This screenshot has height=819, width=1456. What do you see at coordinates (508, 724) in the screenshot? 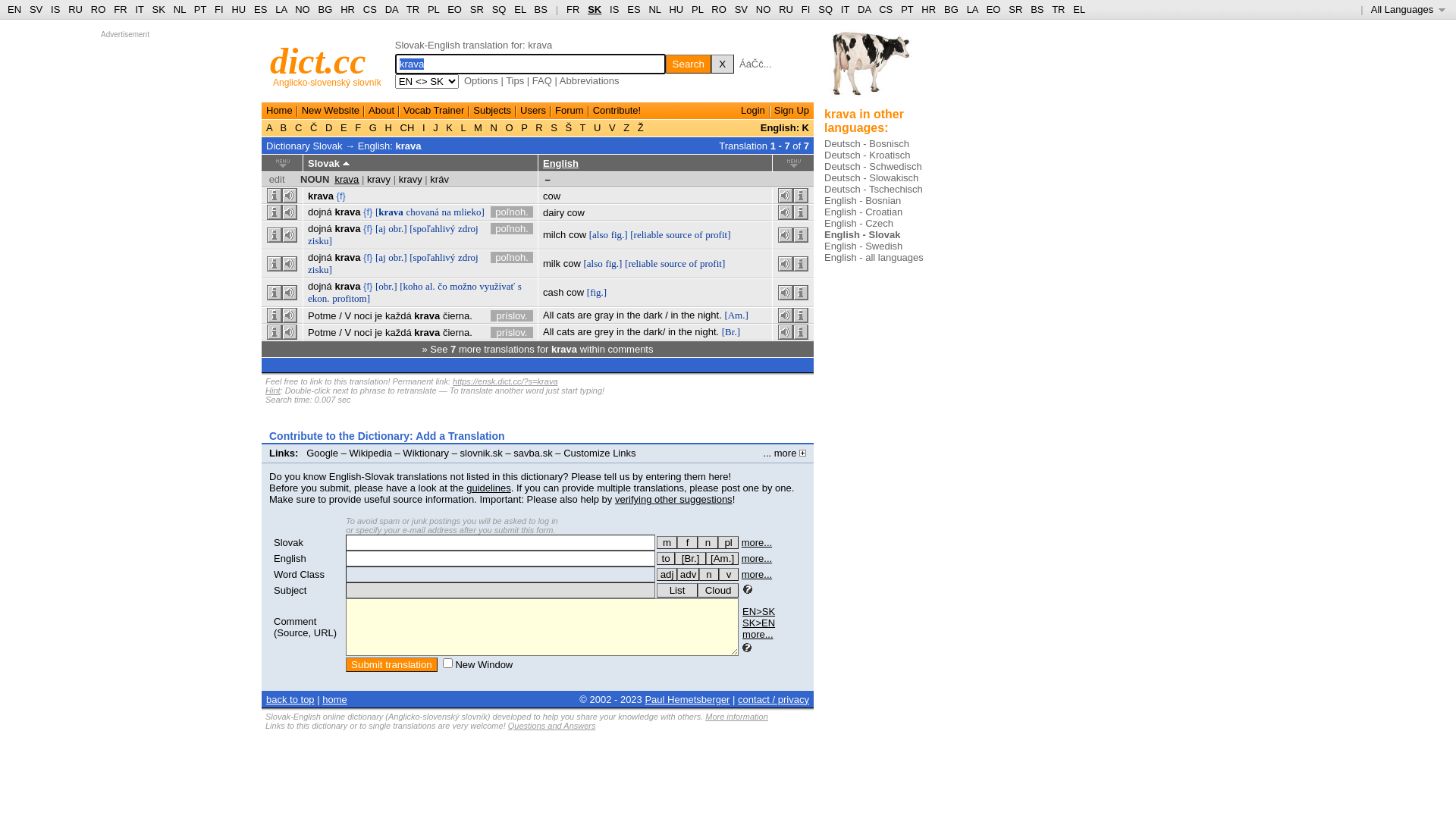
I see `'Questions and Answers'` at bounding box center [508, 724].